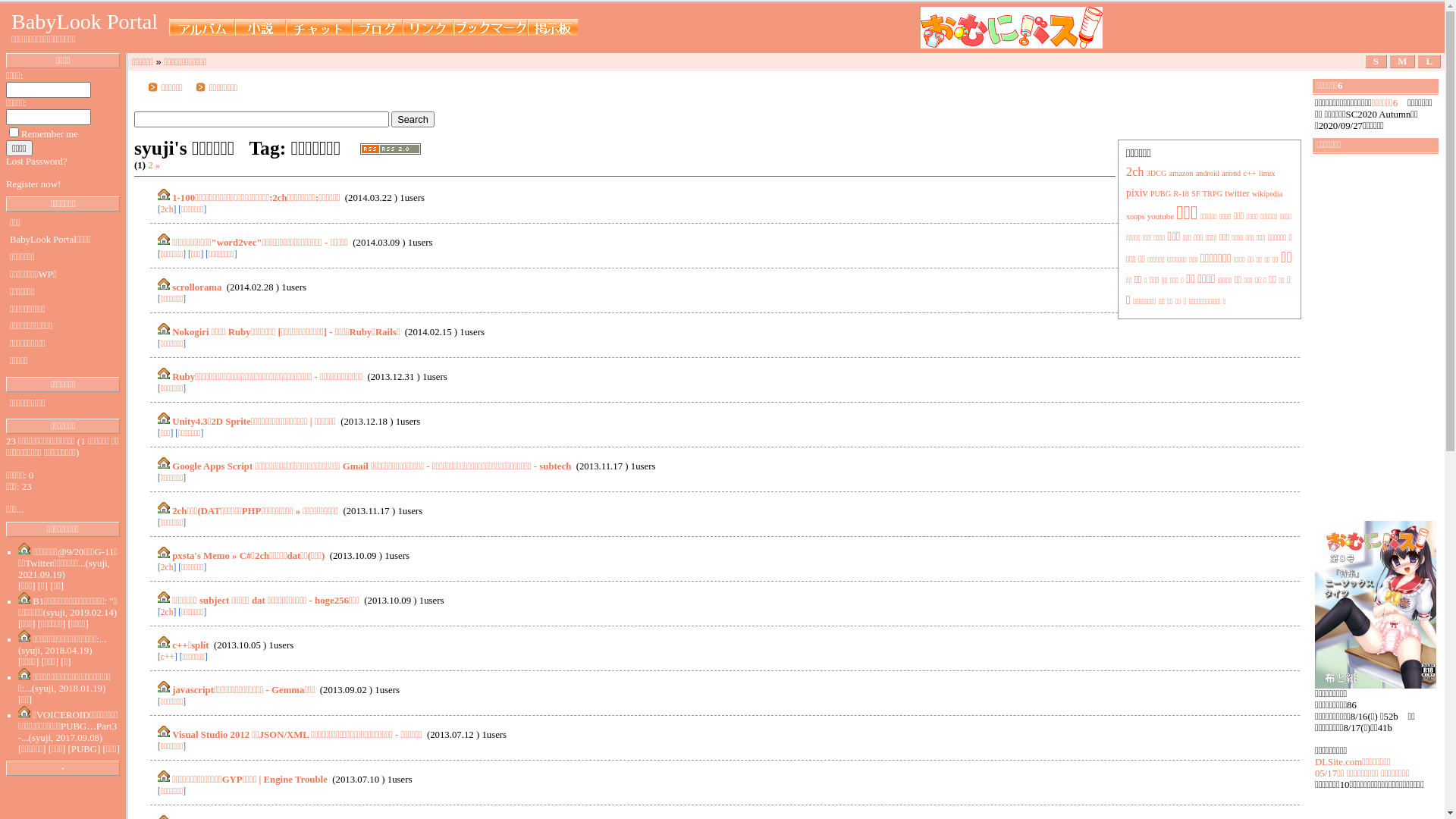 This screenshot has width=1456, height=819. Describe the element at coordinates (413, 118) in the screenshot. I see `'Search'` at that location.